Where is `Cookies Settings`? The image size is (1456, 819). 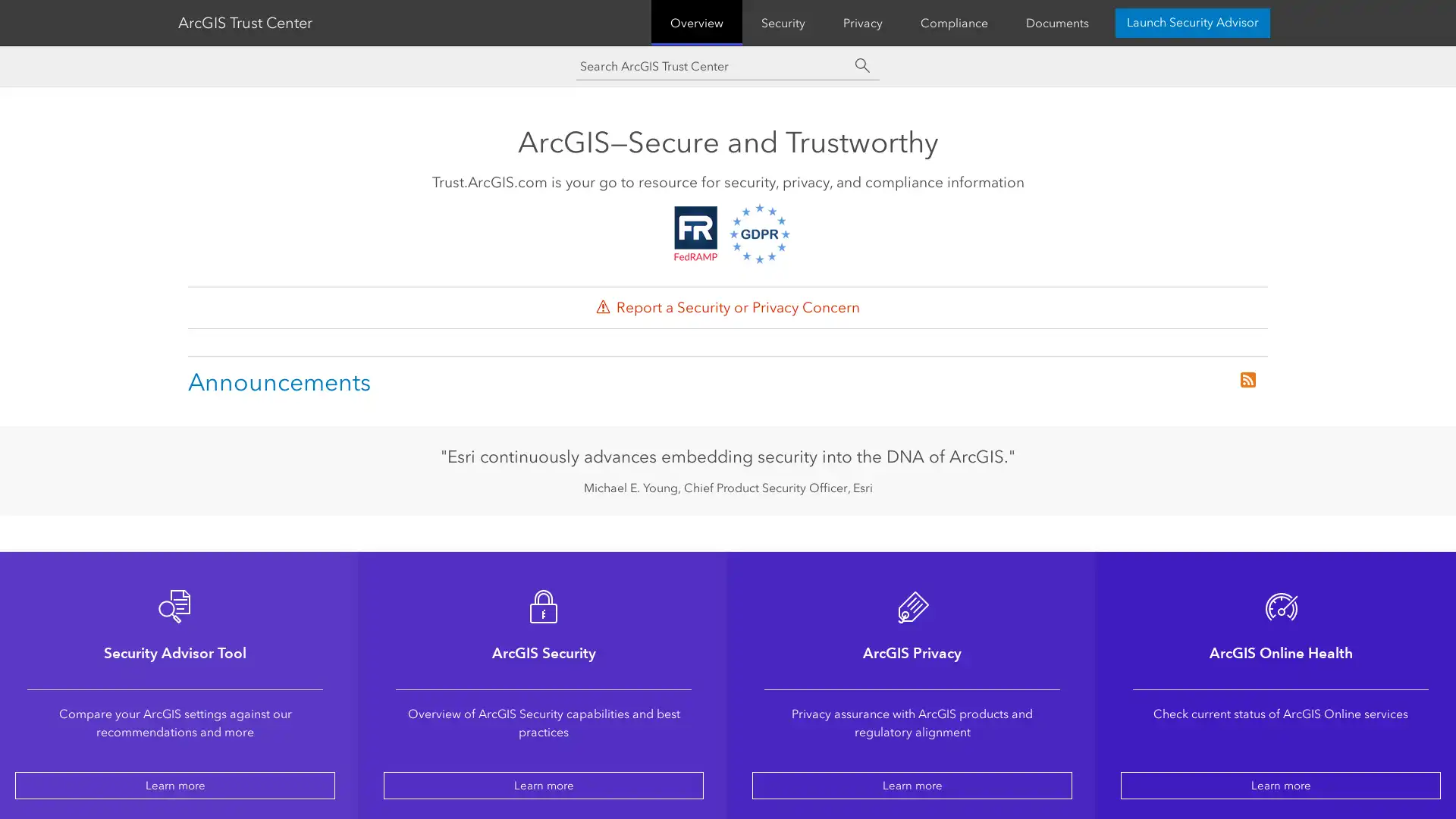 Cookies Settings is located at coordinates (1300, 760).